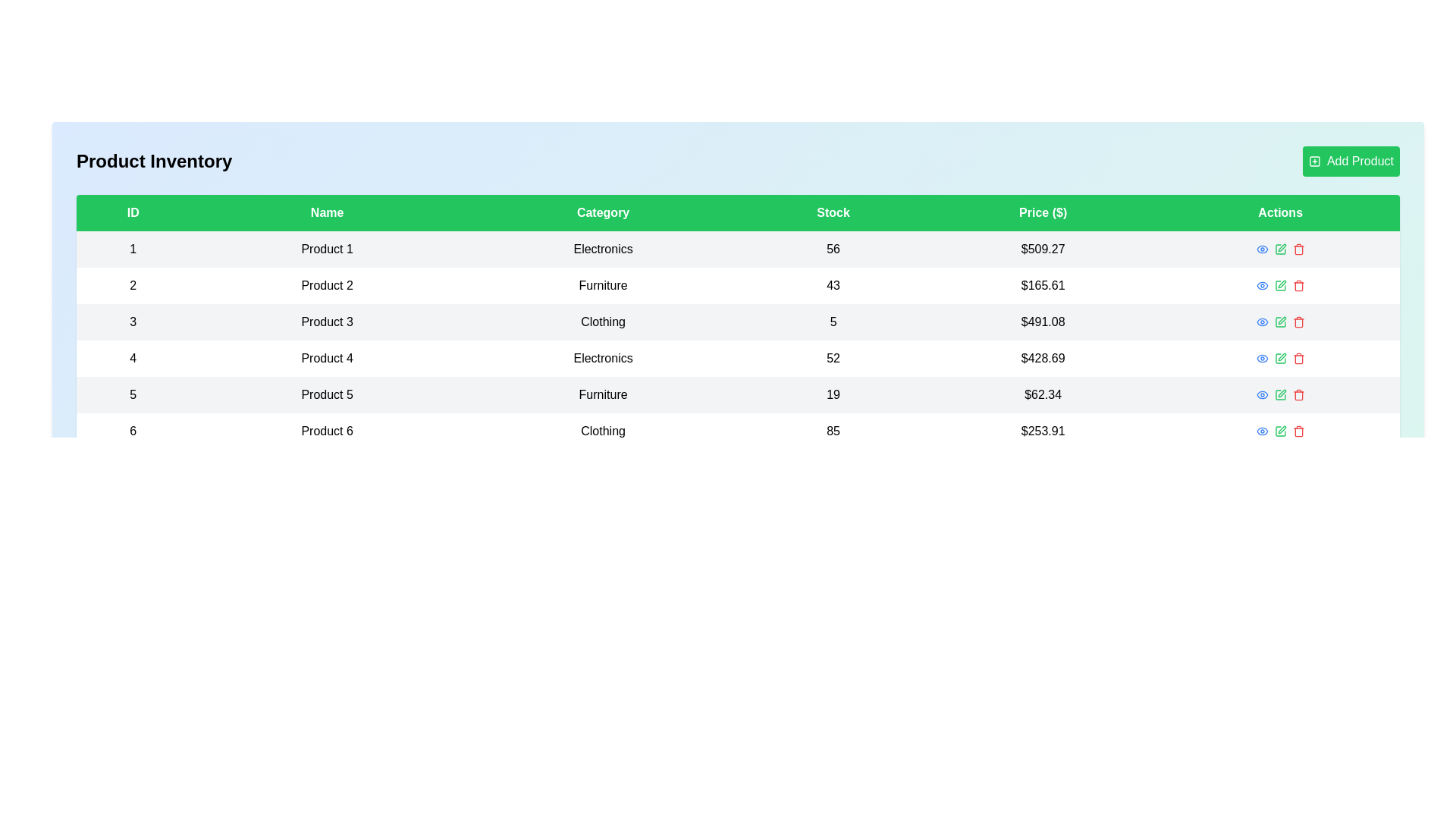 This screenshot has height=819, width=1456. I want to click on the column header to sort the table by Price, so click(1042, 213).